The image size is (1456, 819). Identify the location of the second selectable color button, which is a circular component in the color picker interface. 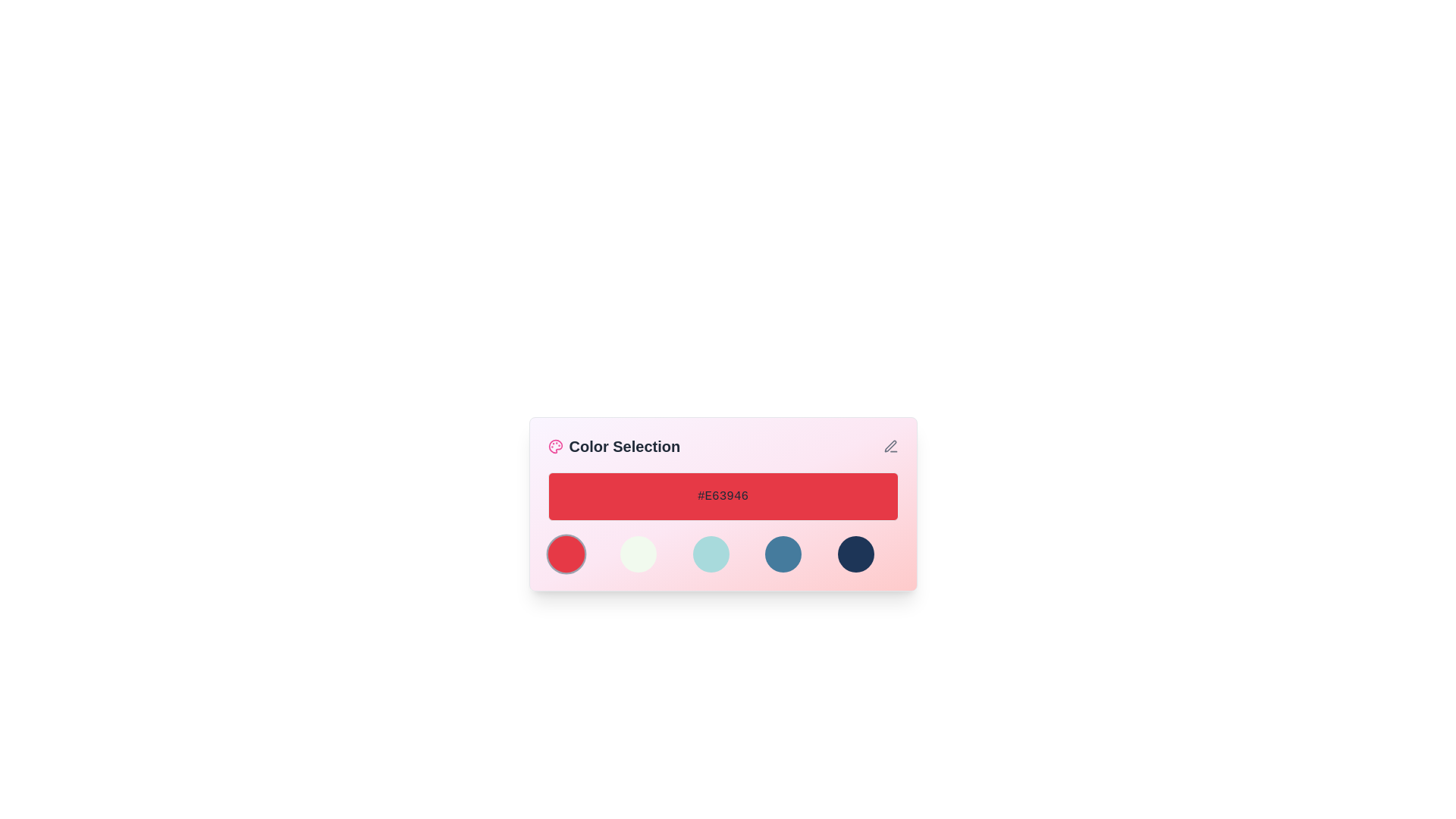
(639, 554).